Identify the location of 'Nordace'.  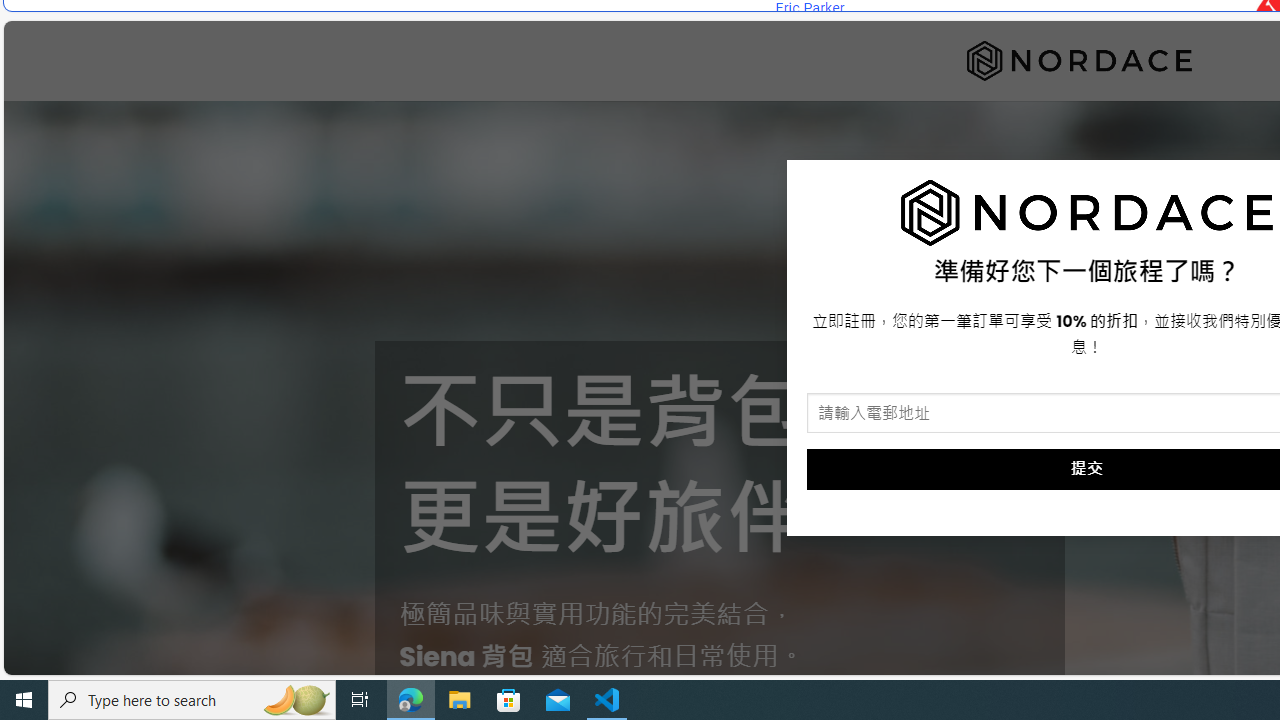
(1078, 59).